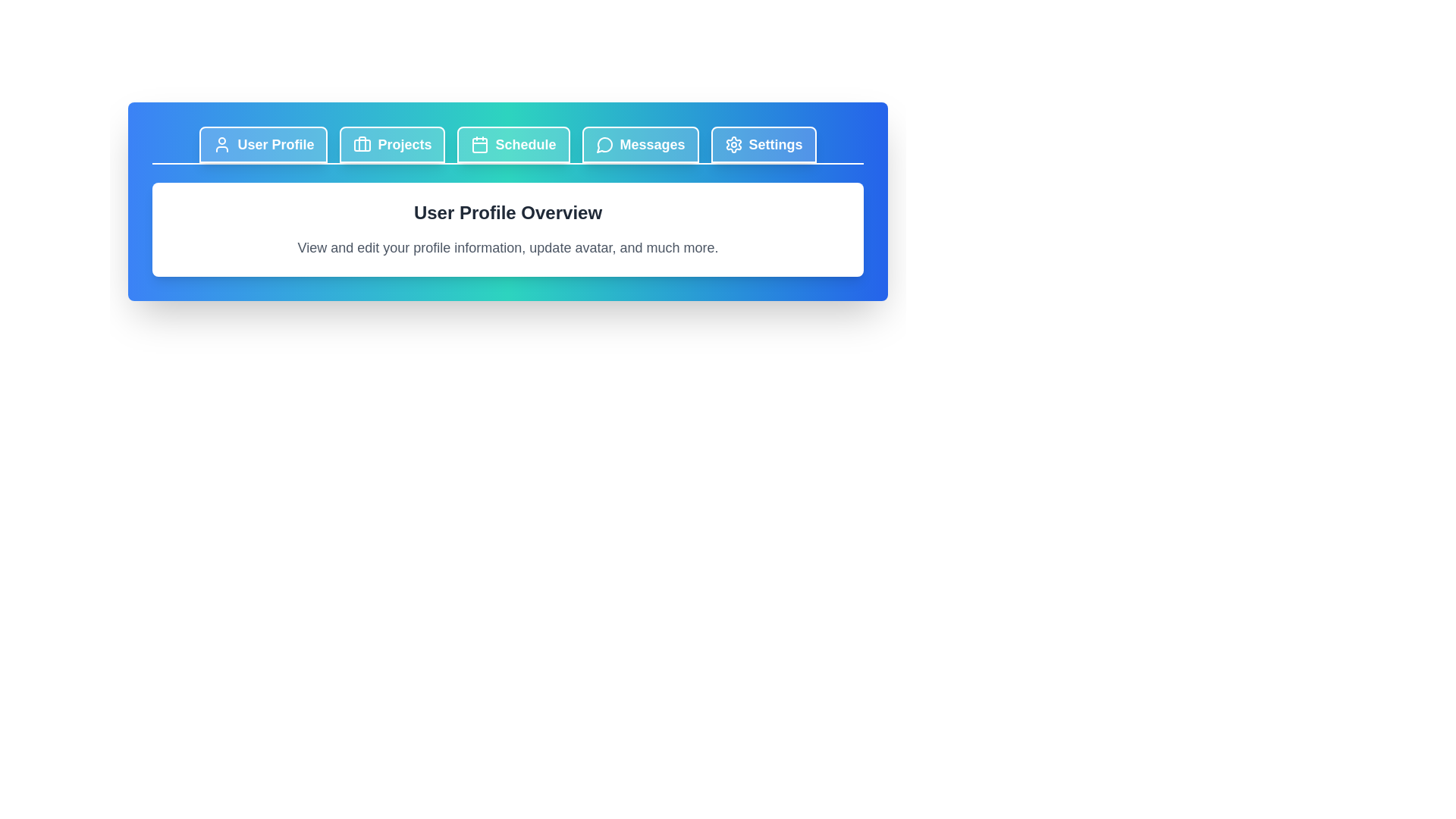 Image resolution: width=1456 pixels, height=819 pixels. Describe the element at coordinates (733, 145) in the screenshot. I see `the cogwheel-shaped icon within the 'Settings' button in the rightmost option of the horizontal navigation bar` at that location.